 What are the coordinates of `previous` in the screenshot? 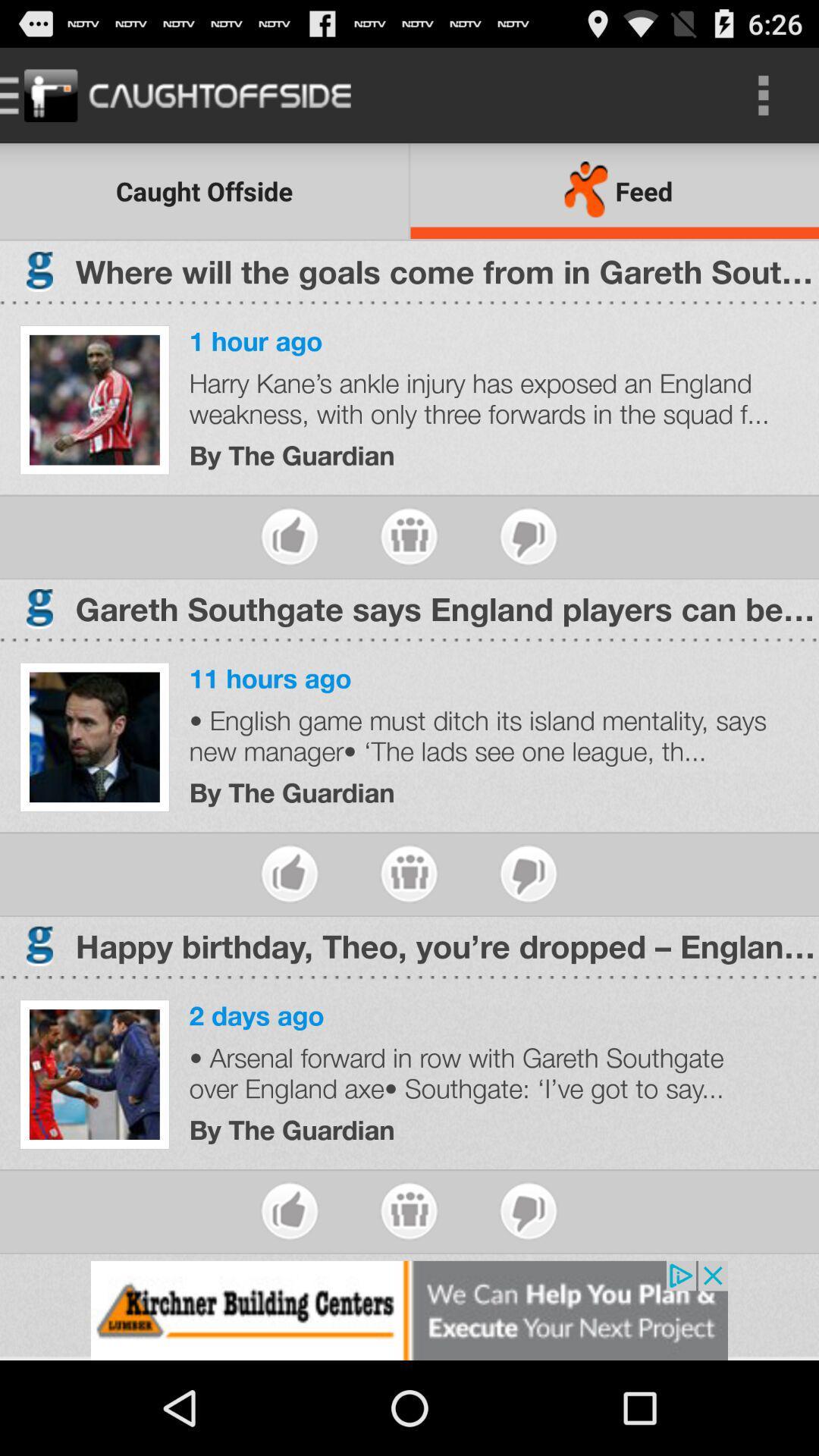 It's located at (408, 1210).